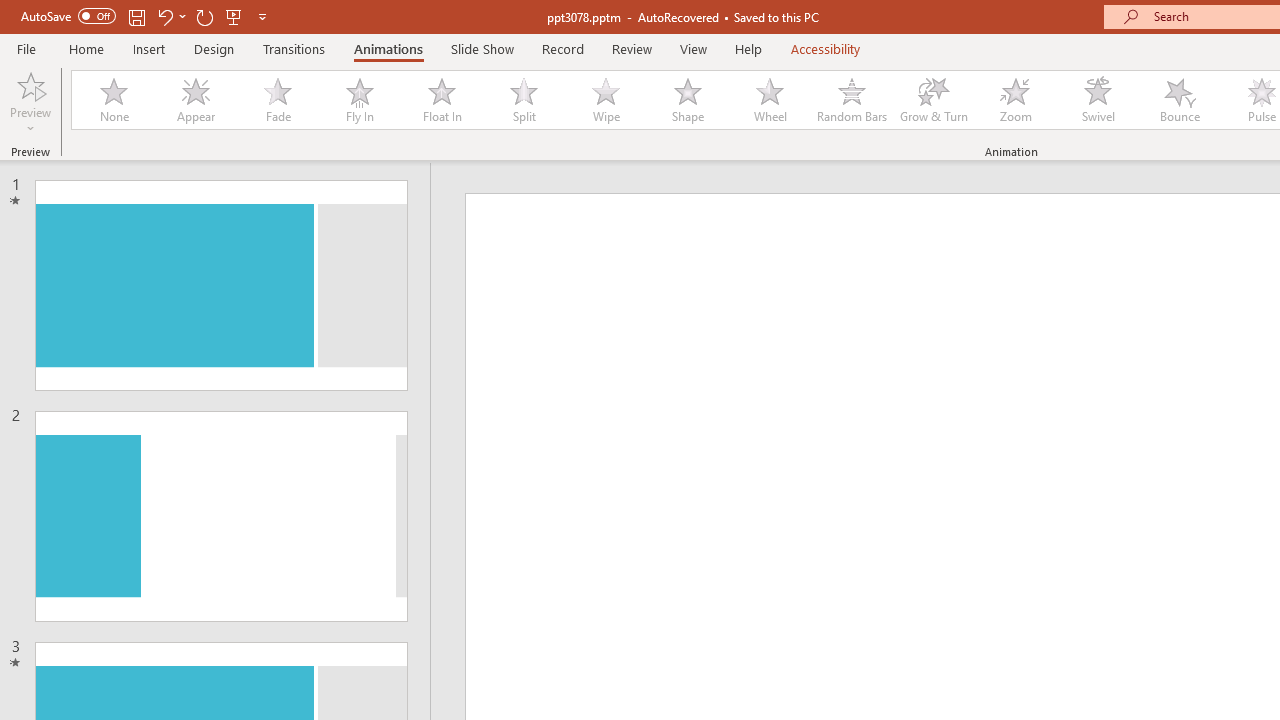 This screenshot has height=720, width=1280. What do you see at coordinates (276, 100) in the screenshot?
I see `'Fade'` at bounding box center [276, 100].